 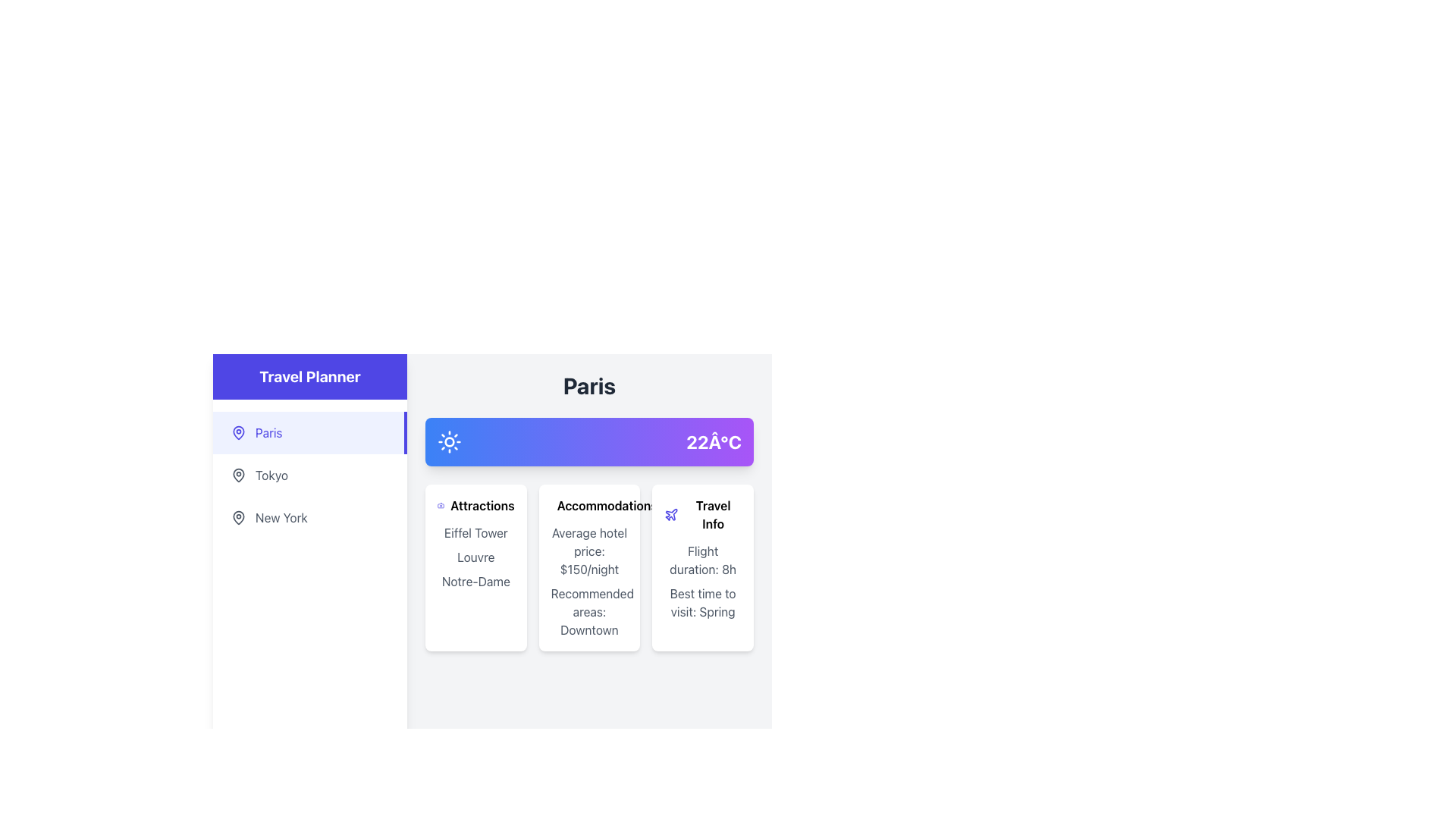 What do you see at coordinates (309, 376) in the screenshot?
I see `the static text label 'Travel Planner' which is styled as a header in a purple background located at the top of the sidebar` at bounding box center [309, 376].